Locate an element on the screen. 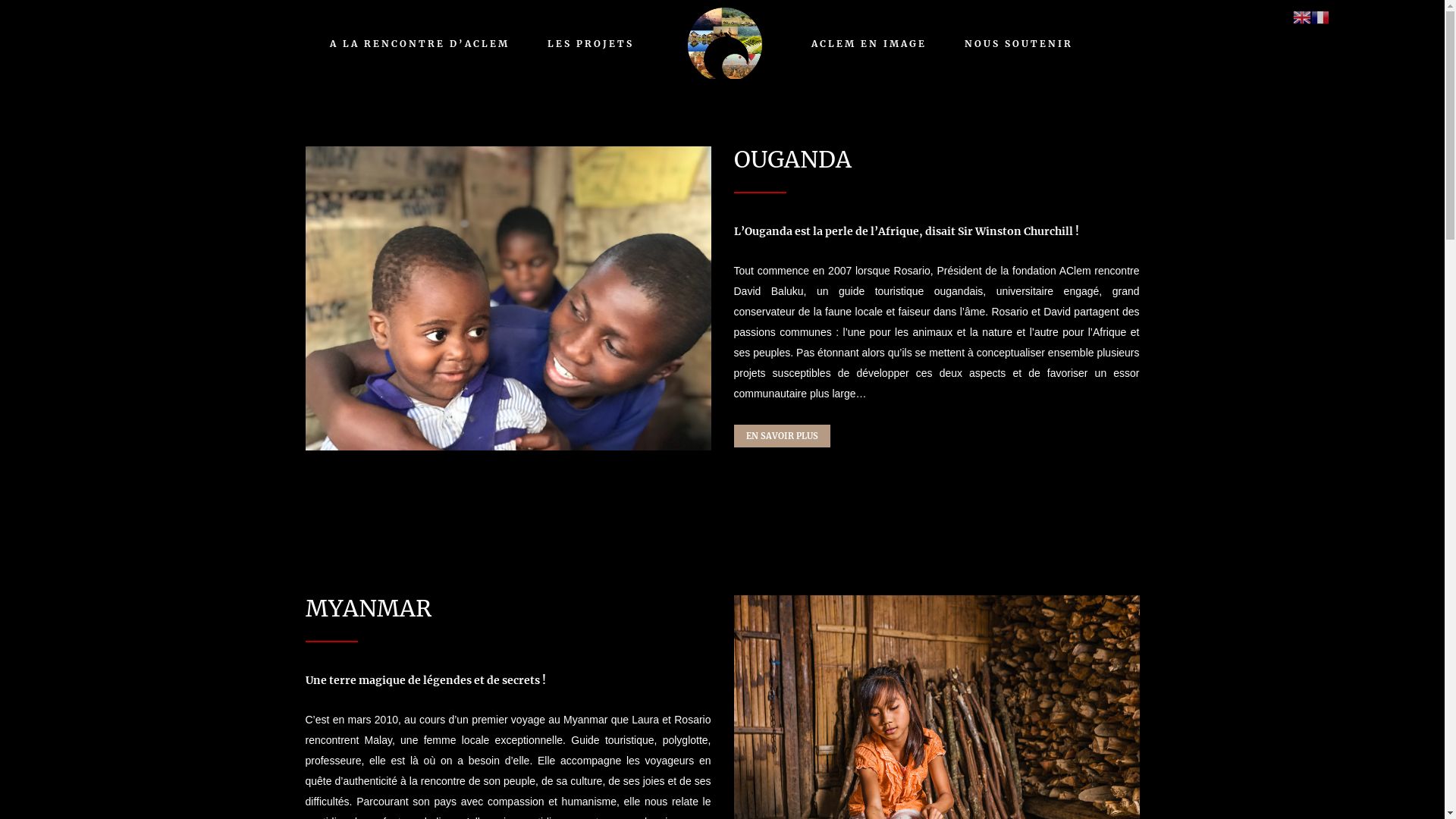 The image size is (1456, 819). 'ACLEM EN IMAGE' is located at coordinates (869, 42).